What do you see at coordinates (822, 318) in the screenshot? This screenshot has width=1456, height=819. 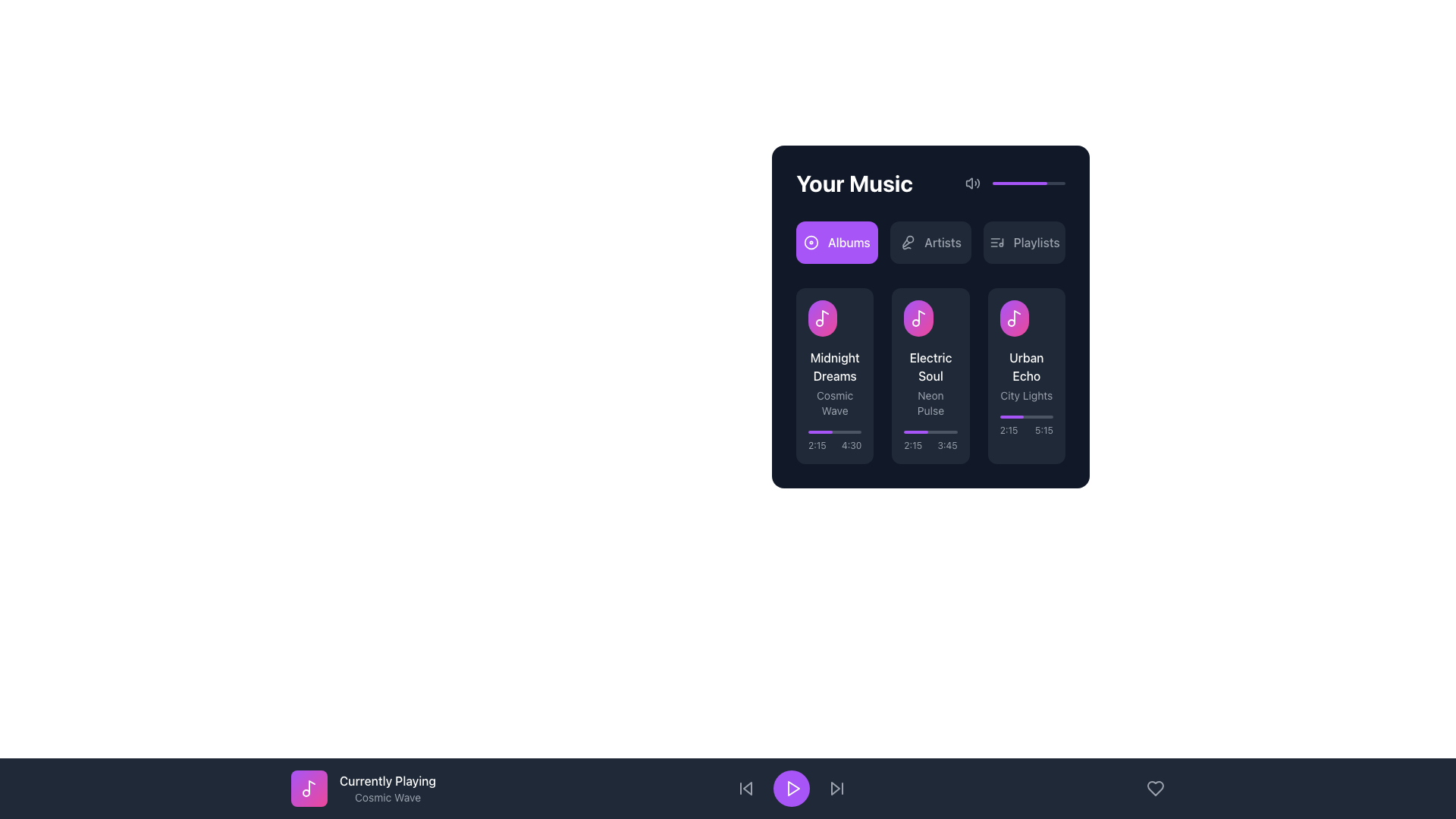 I see `the circular icon button with a gradient background that features a white music note icon, located in the 'Your Music' interface within the 'Midnight Dreams' album card` at bounding box center [822, 318].